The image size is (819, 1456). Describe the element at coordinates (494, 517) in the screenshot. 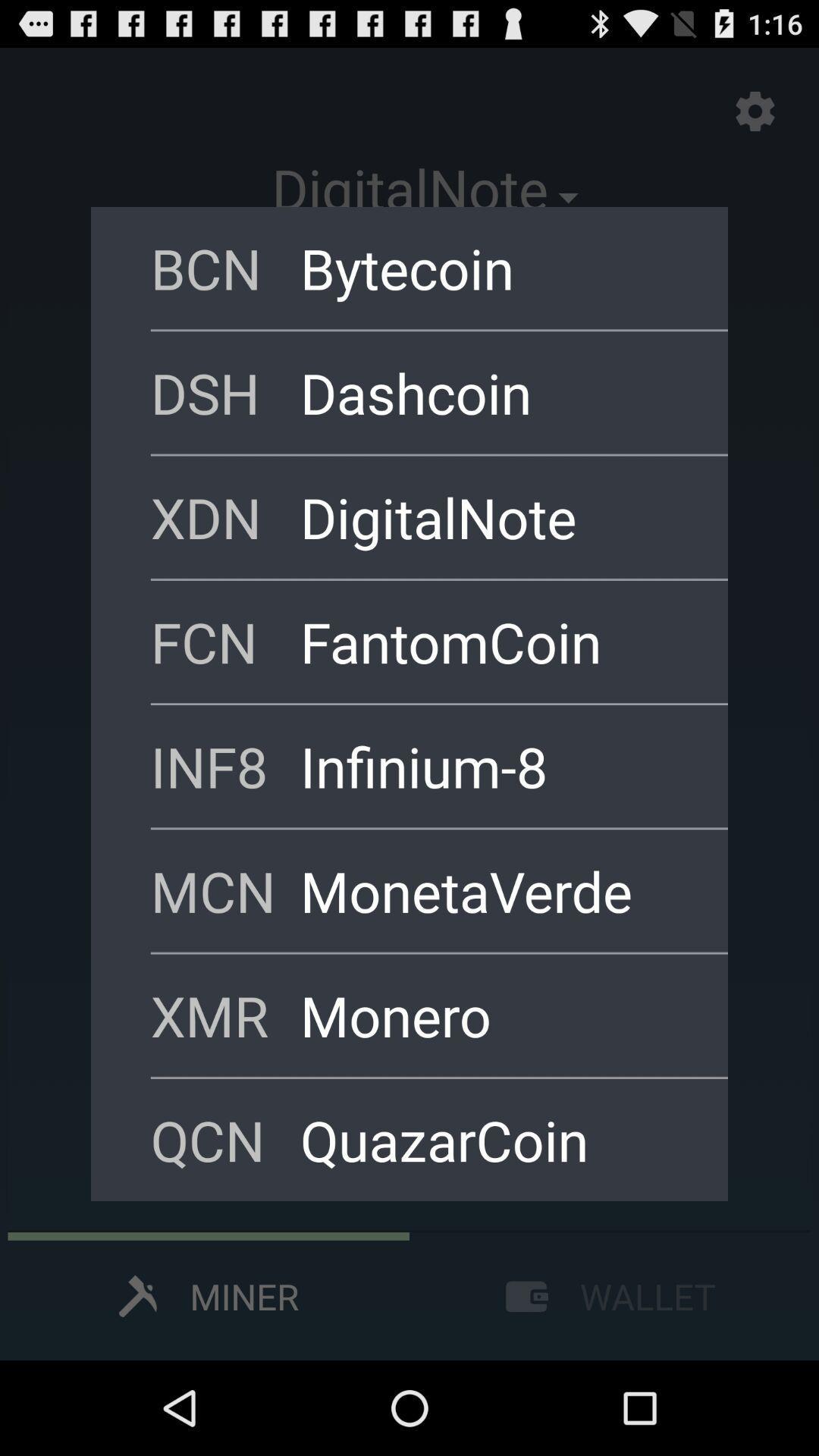

I see `item next to xdn icon` at that location.